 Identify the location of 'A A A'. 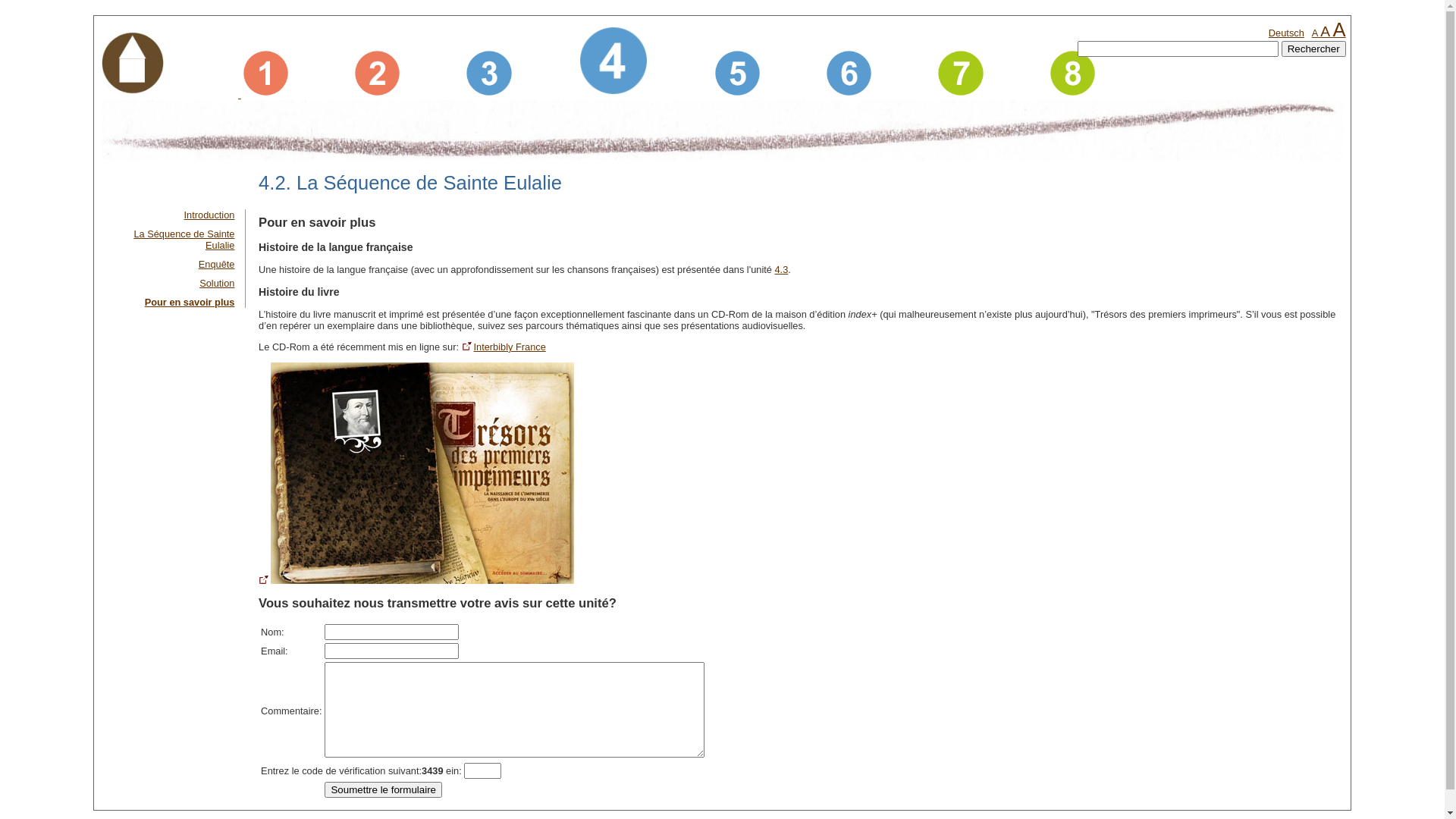
(1328, 33).